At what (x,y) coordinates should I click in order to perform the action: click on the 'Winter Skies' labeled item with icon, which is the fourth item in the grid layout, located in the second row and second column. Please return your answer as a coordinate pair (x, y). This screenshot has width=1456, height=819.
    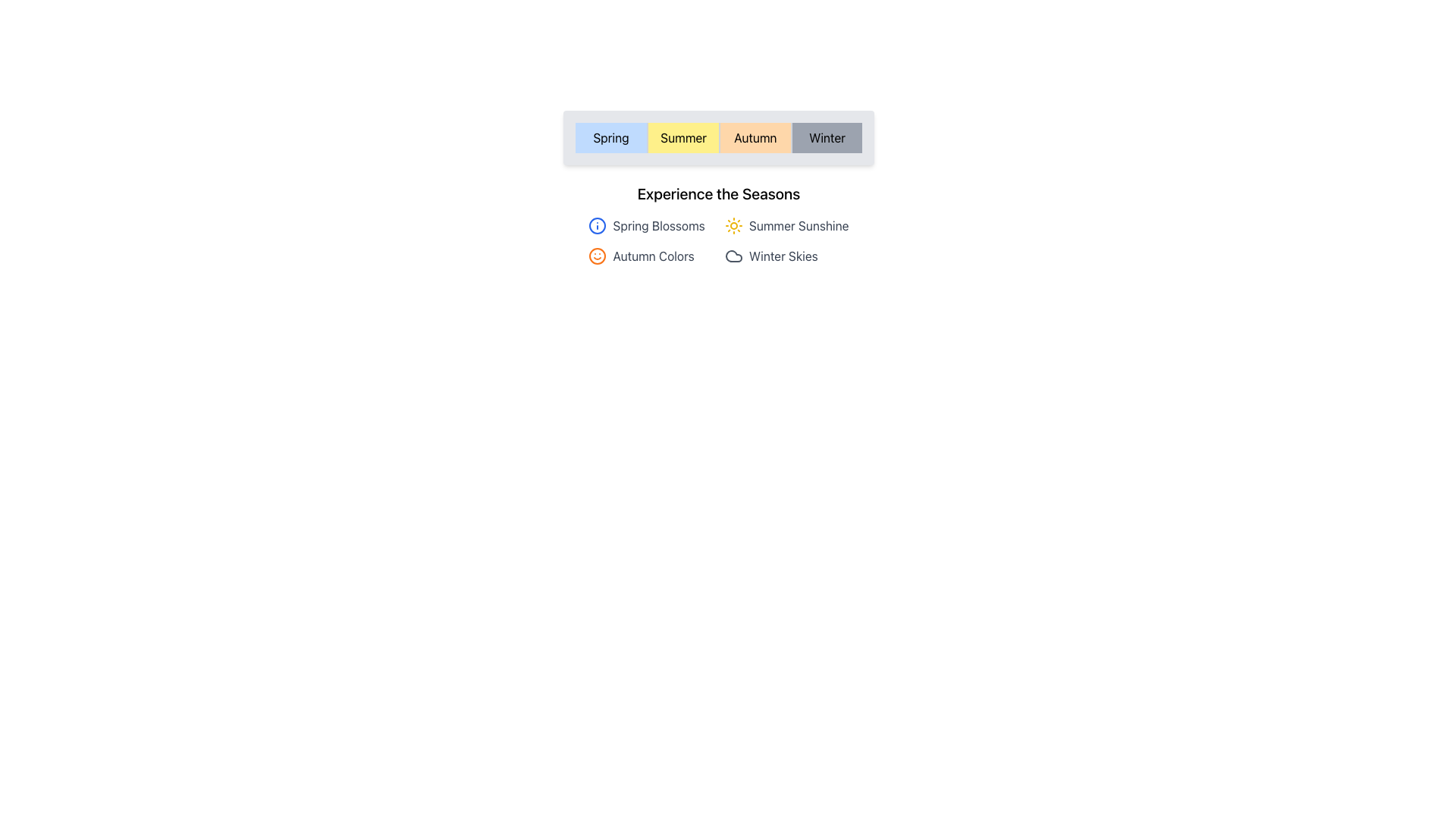
    Looking at the image, I should click on (786, 256).